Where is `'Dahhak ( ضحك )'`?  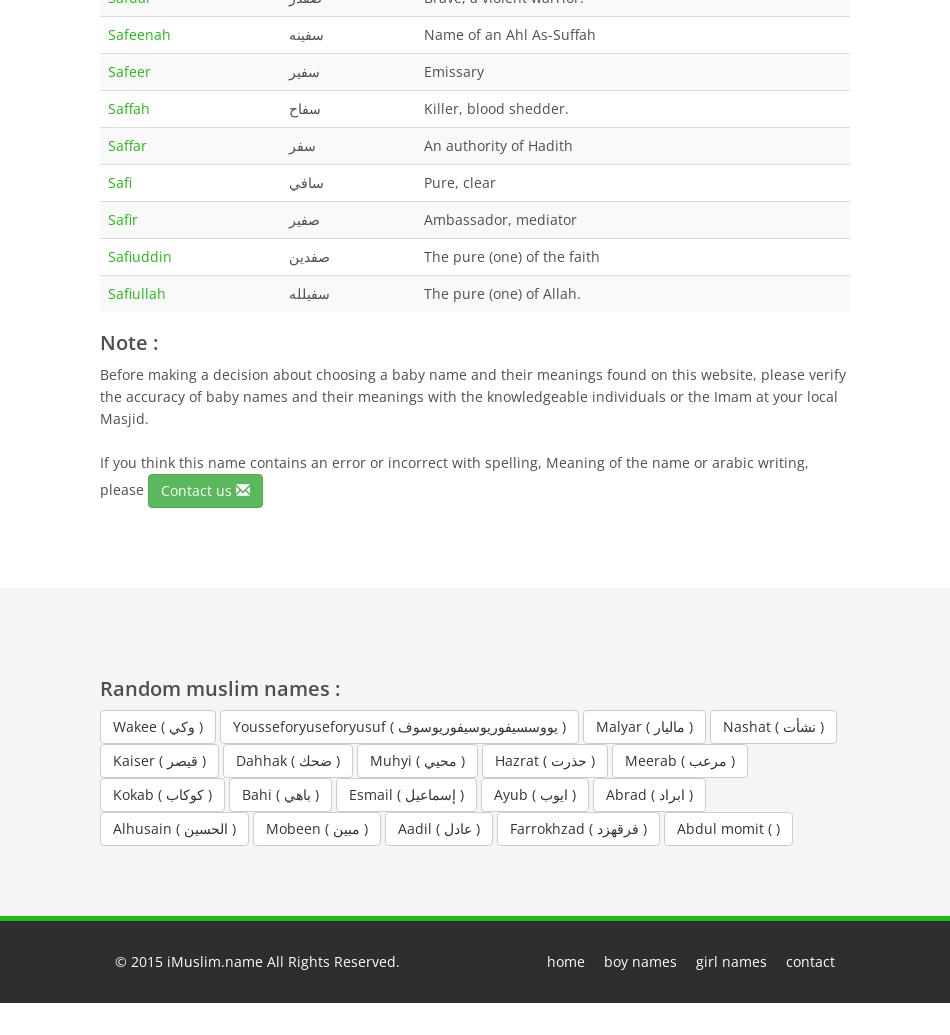
'Dahhak ( ضحك )' is located at coordinates (287, 758).